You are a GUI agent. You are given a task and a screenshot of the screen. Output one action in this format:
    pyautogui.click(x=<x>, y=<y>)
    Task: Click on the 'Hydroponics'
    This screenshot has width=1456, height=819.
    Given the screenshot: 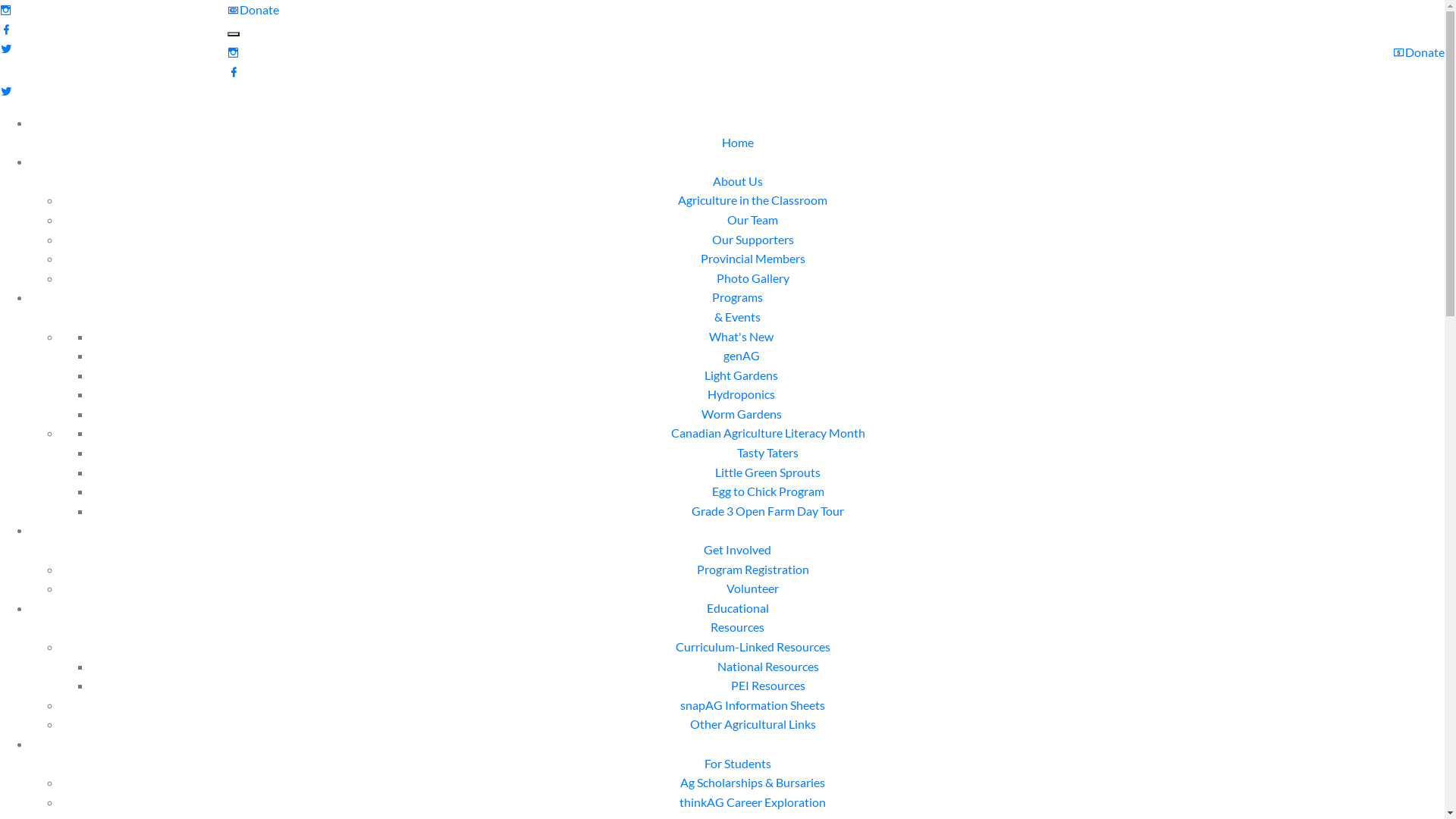 What is the action you would take?
    pyautogui.click(x=741, y=393)
    